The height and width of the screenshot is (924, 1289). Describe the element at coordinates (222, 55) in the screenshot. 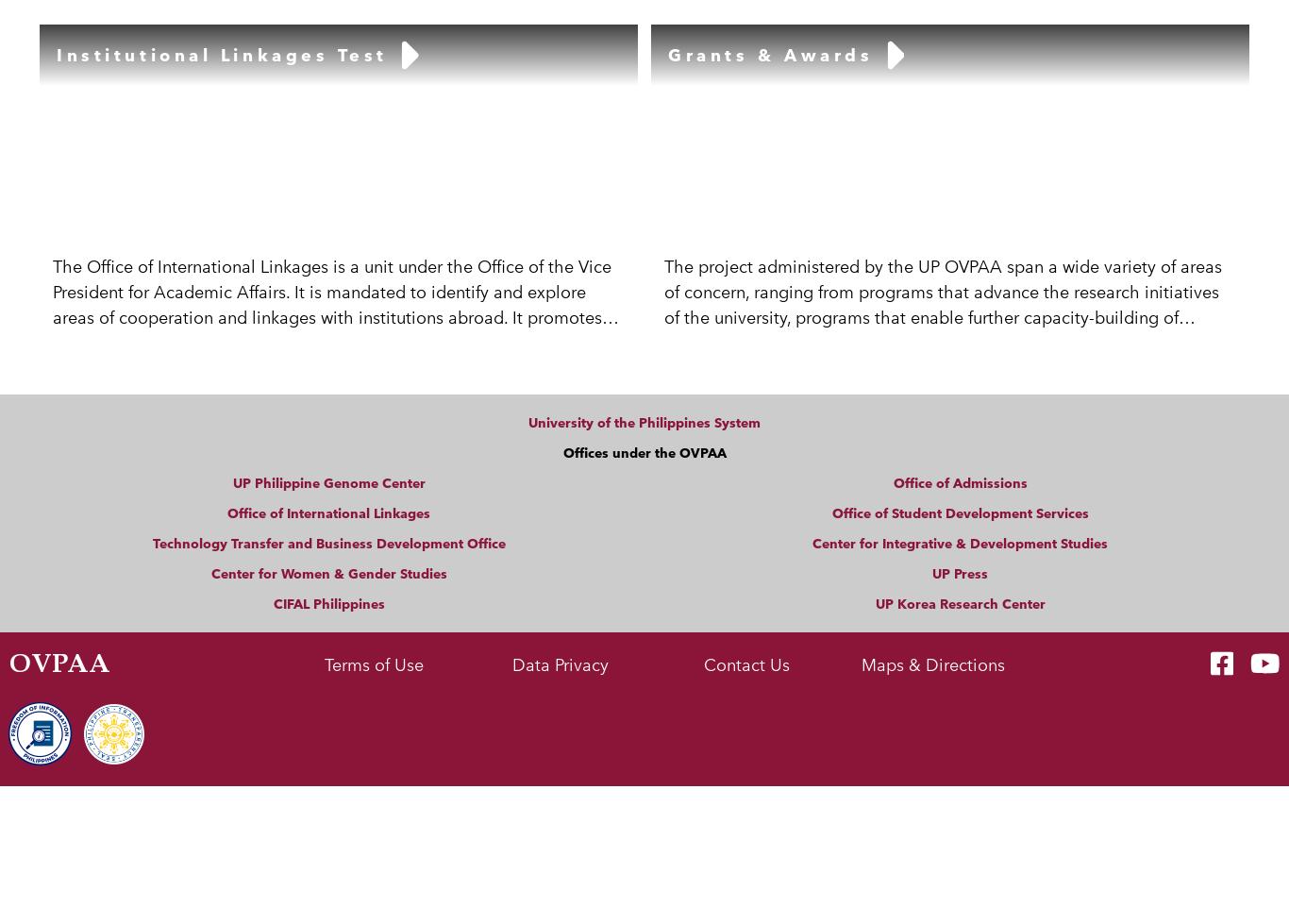

I see `'Institutional Linkages Test'` at that location.